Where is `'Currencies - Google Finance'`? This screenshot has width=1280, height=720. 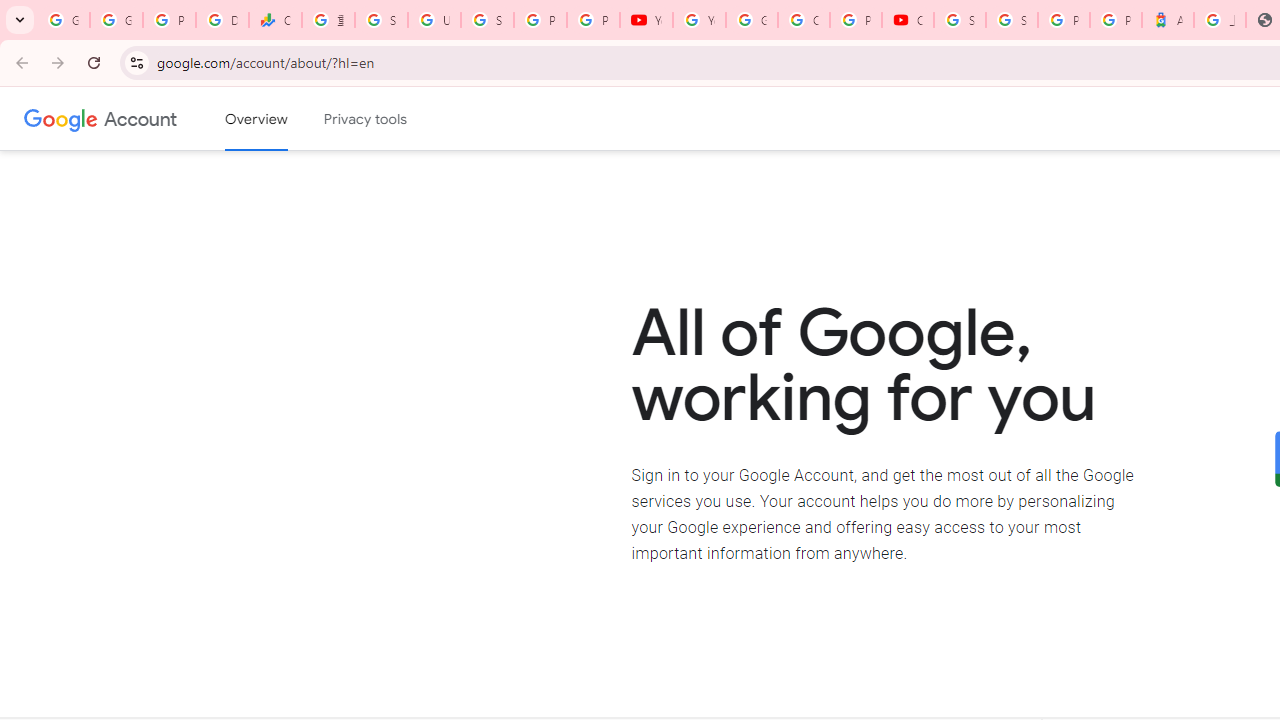
'Currencies - Google Finance' is located at coordinates (274, 20).